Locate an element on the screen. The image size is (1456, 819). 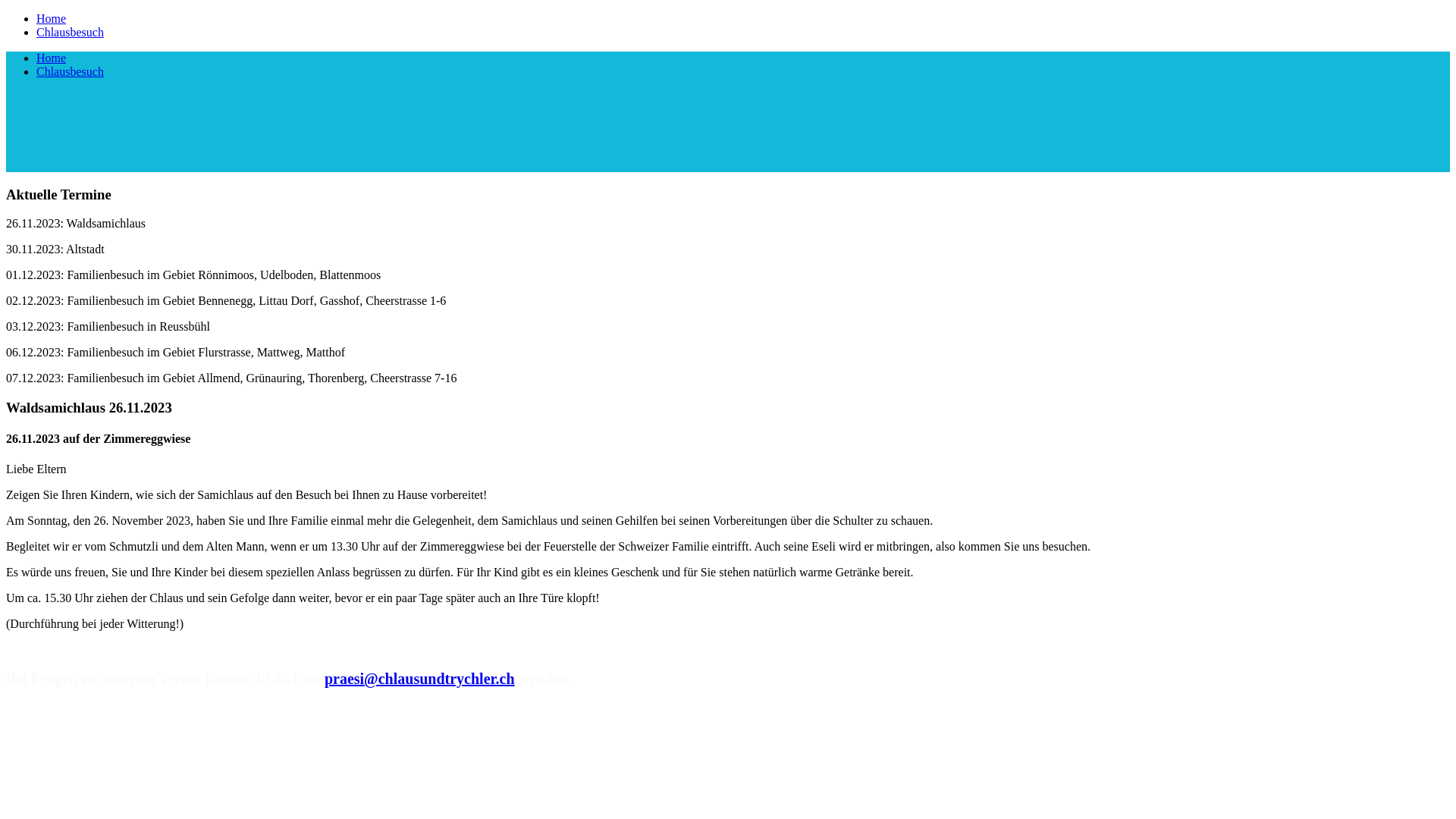
'Home' is located at coordinates (51, 18).